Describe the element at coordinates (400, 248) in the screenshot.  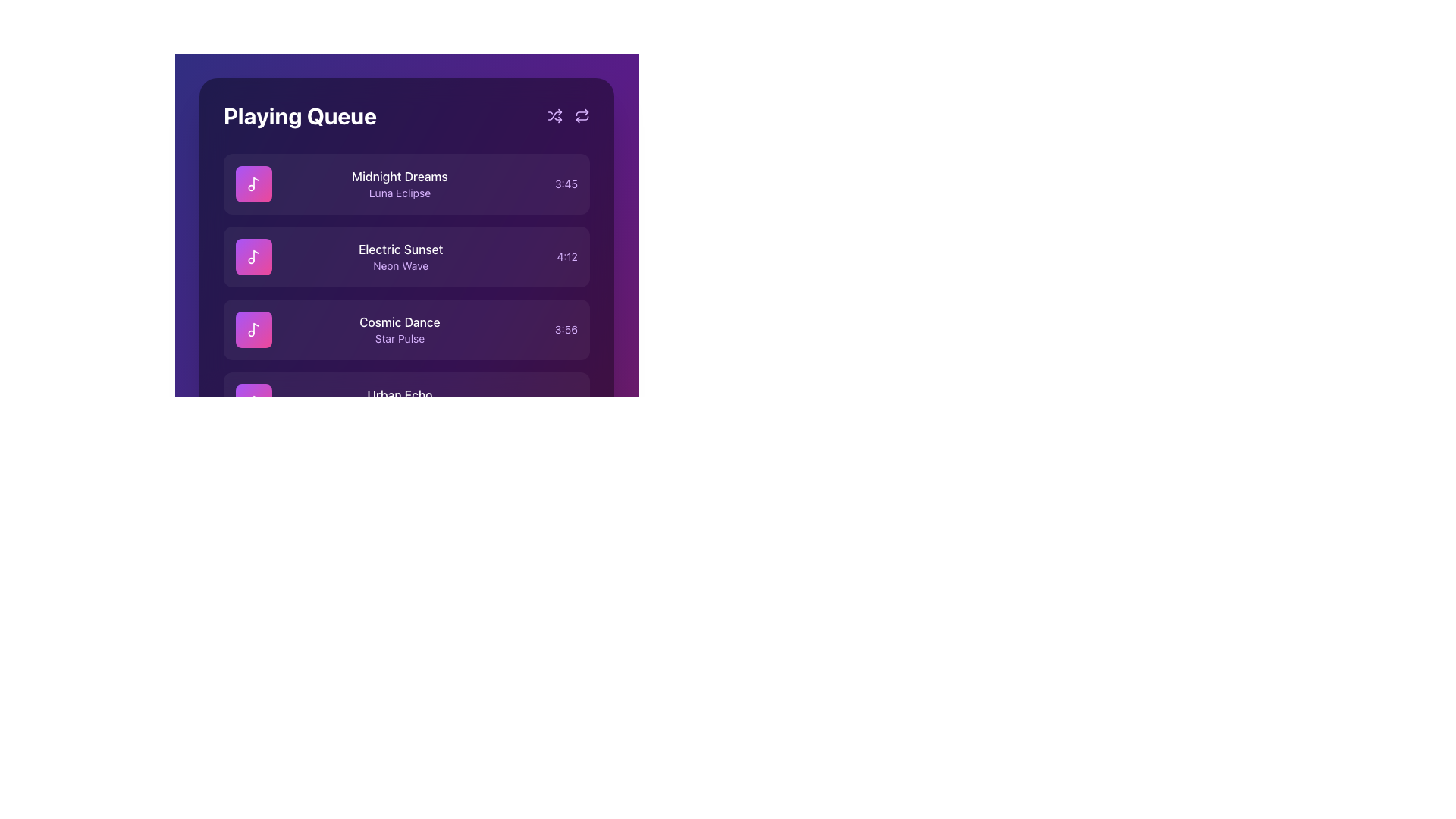
I see `the song title text label located in the second row of the 'Playing Queue' section` at that location.